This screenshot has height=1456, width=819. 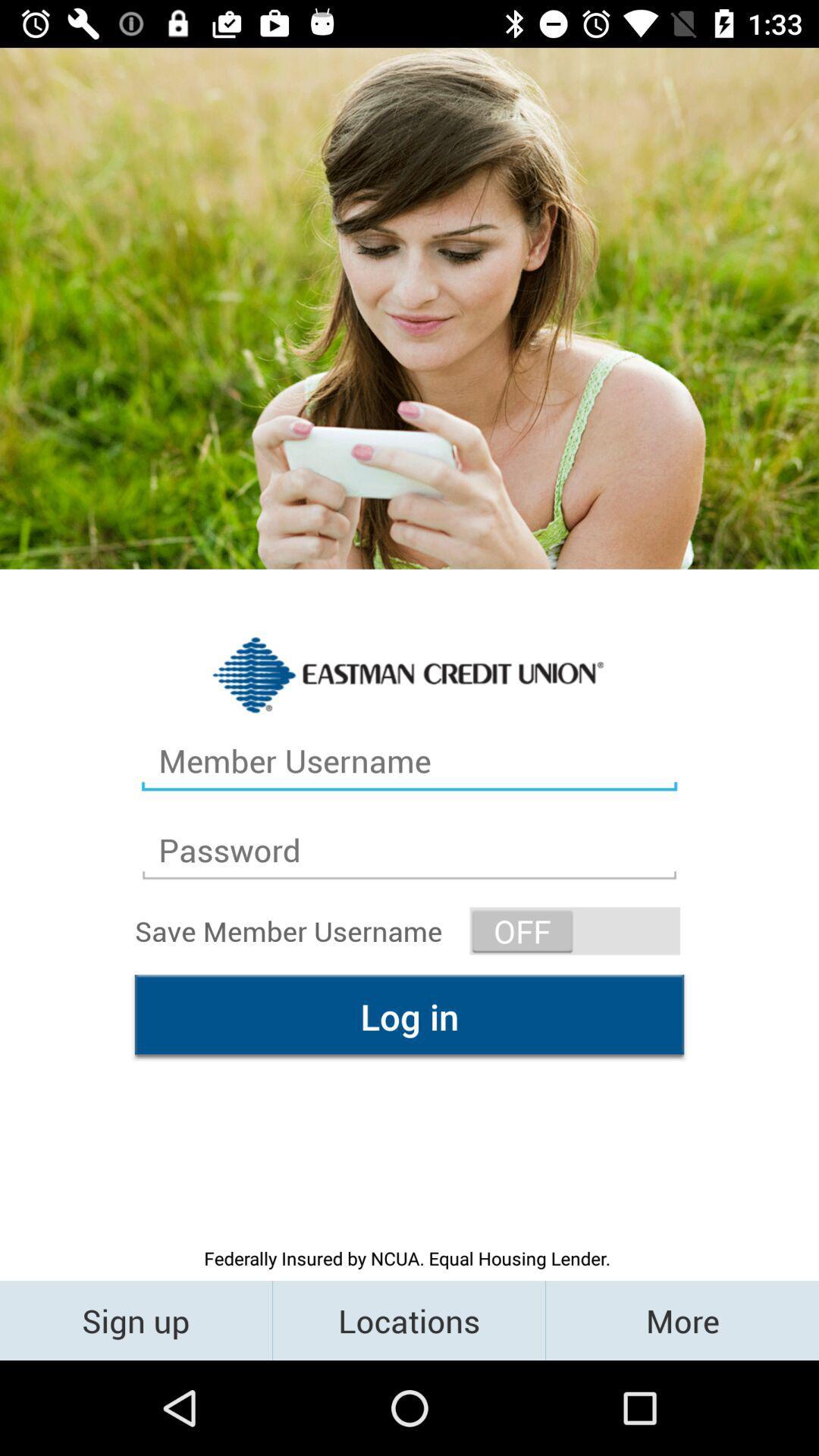 I want to click on the locations item, so click(x=408, y=1319).